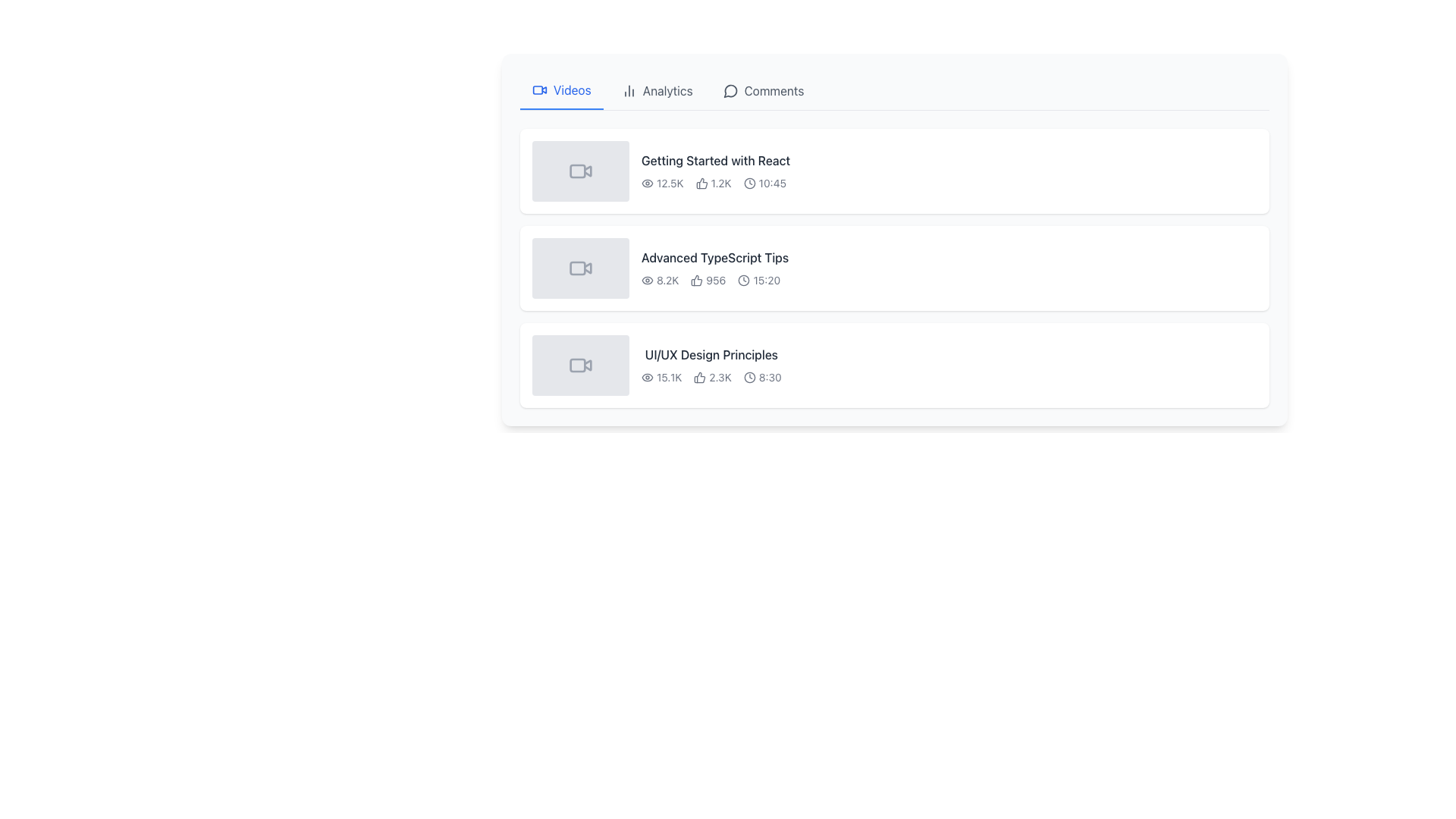  I want to click on the first list item displaying 'Getting Started with React', so click(715, 171).